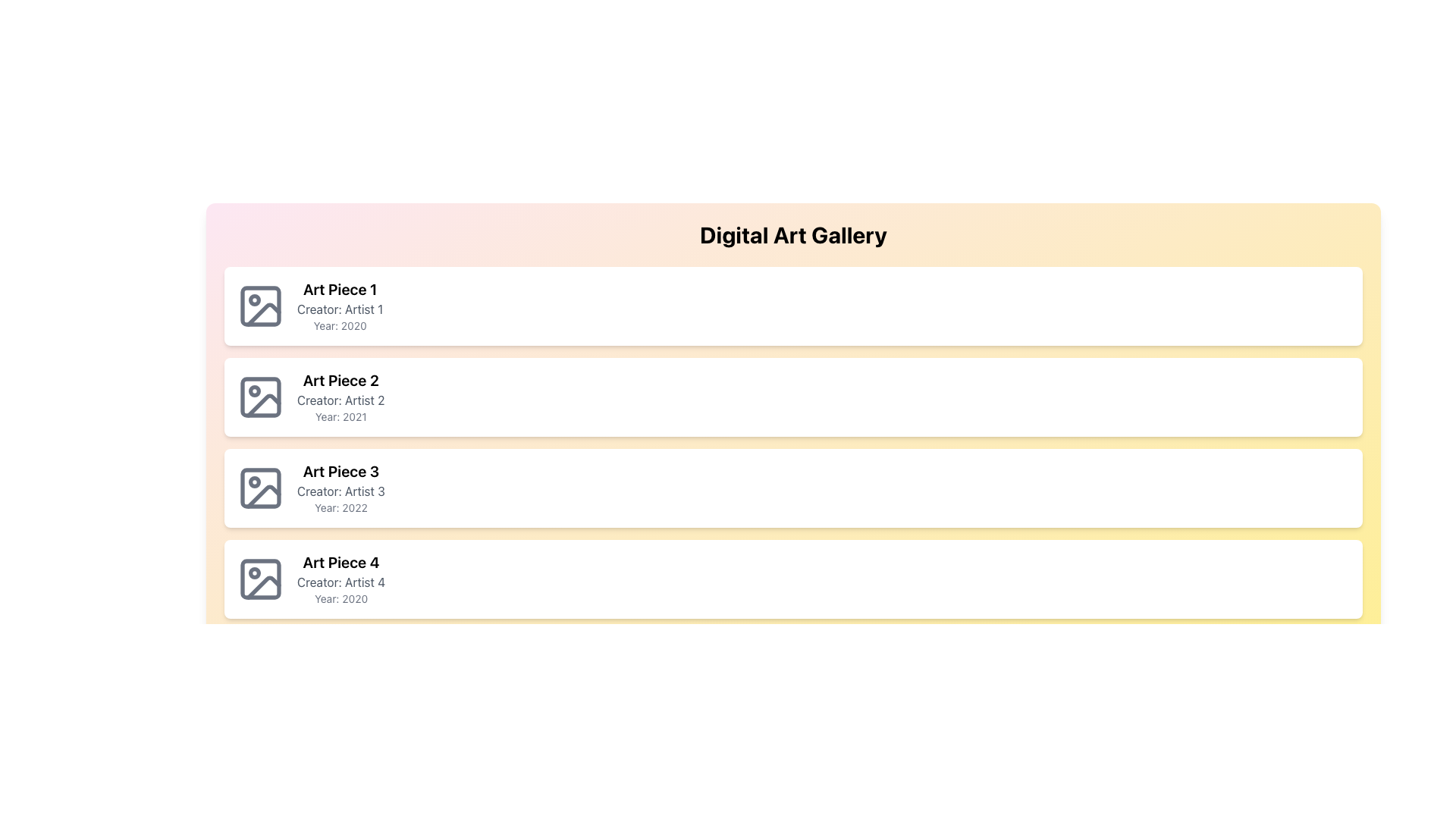 The height and width of the screenshot is (819, 1456). Describe the element at coordinates (340, 508) in the screenshot. I see `the Text Display that conveys the year '2022' associated with the art piece in the third card labeled 'Art Piece 3'` at that location.